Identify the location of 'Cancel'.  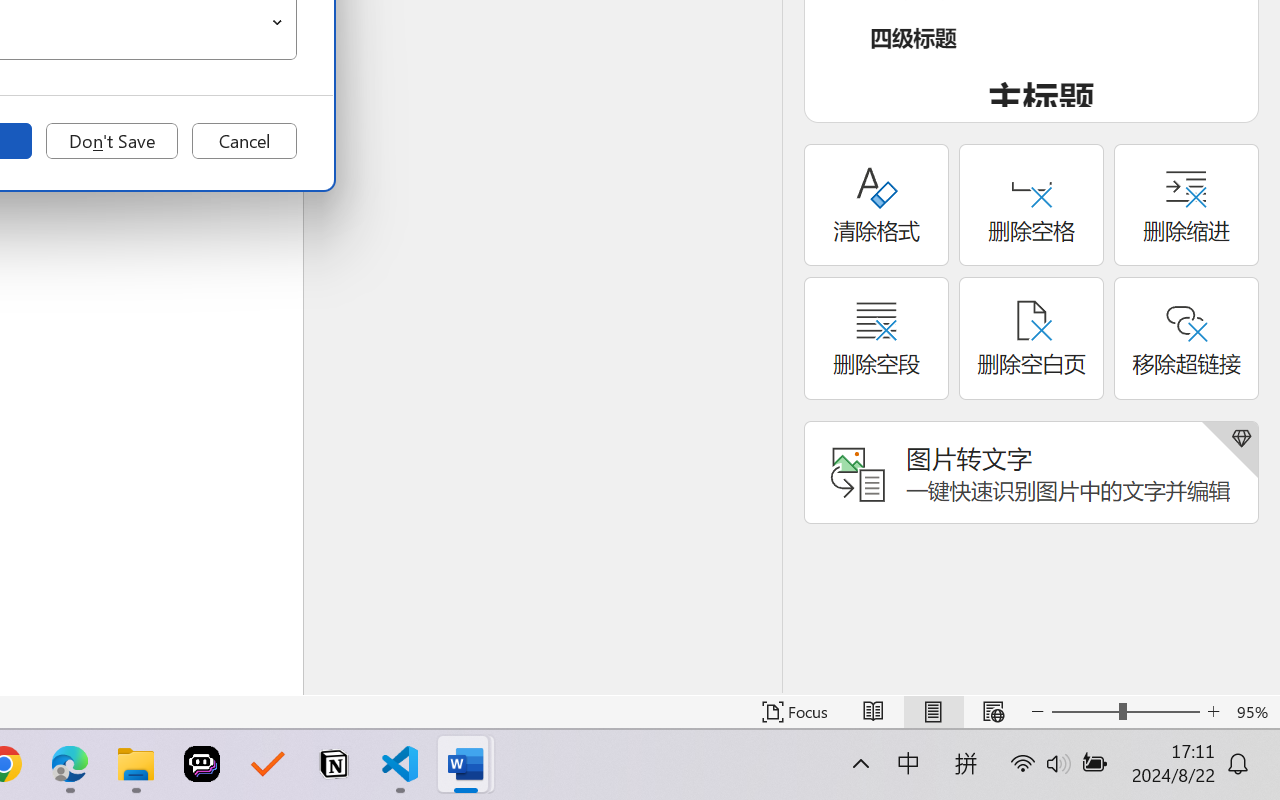
(243, 141).